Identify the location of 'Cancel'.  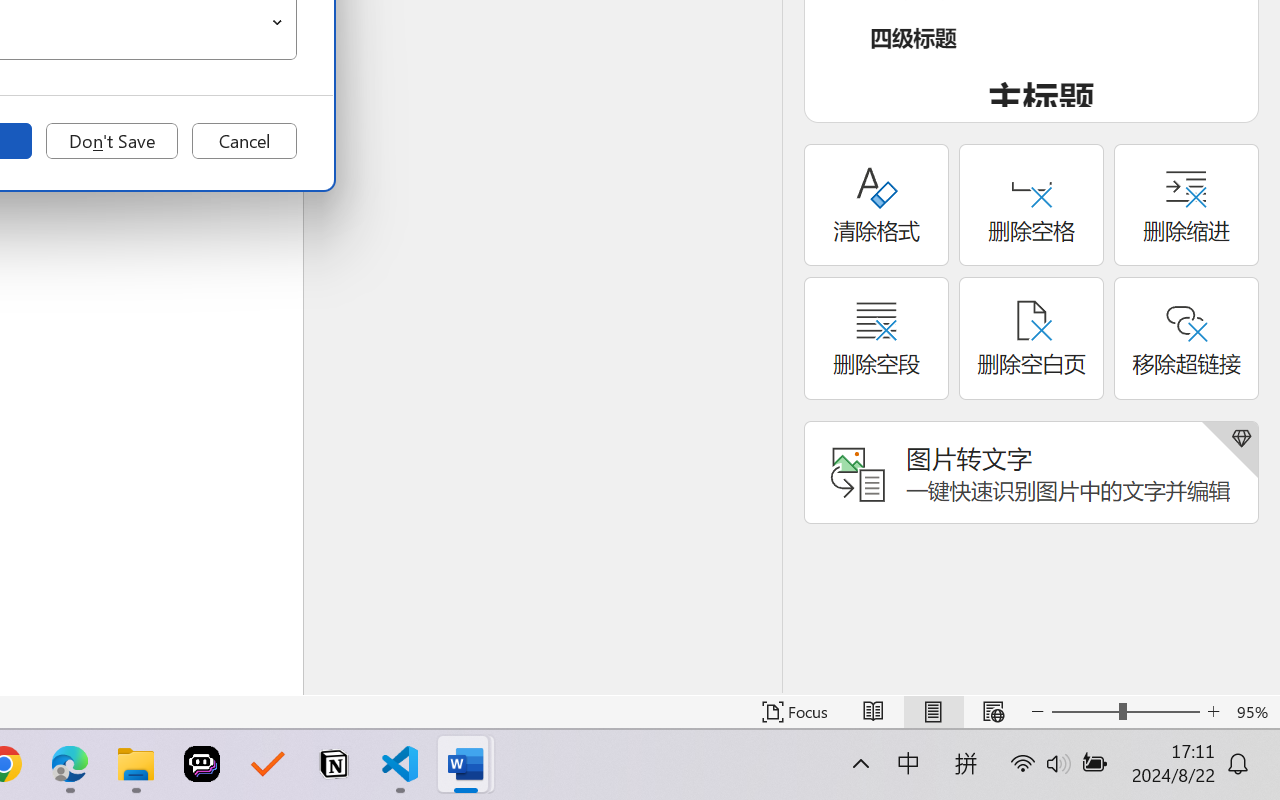
(243, 141).